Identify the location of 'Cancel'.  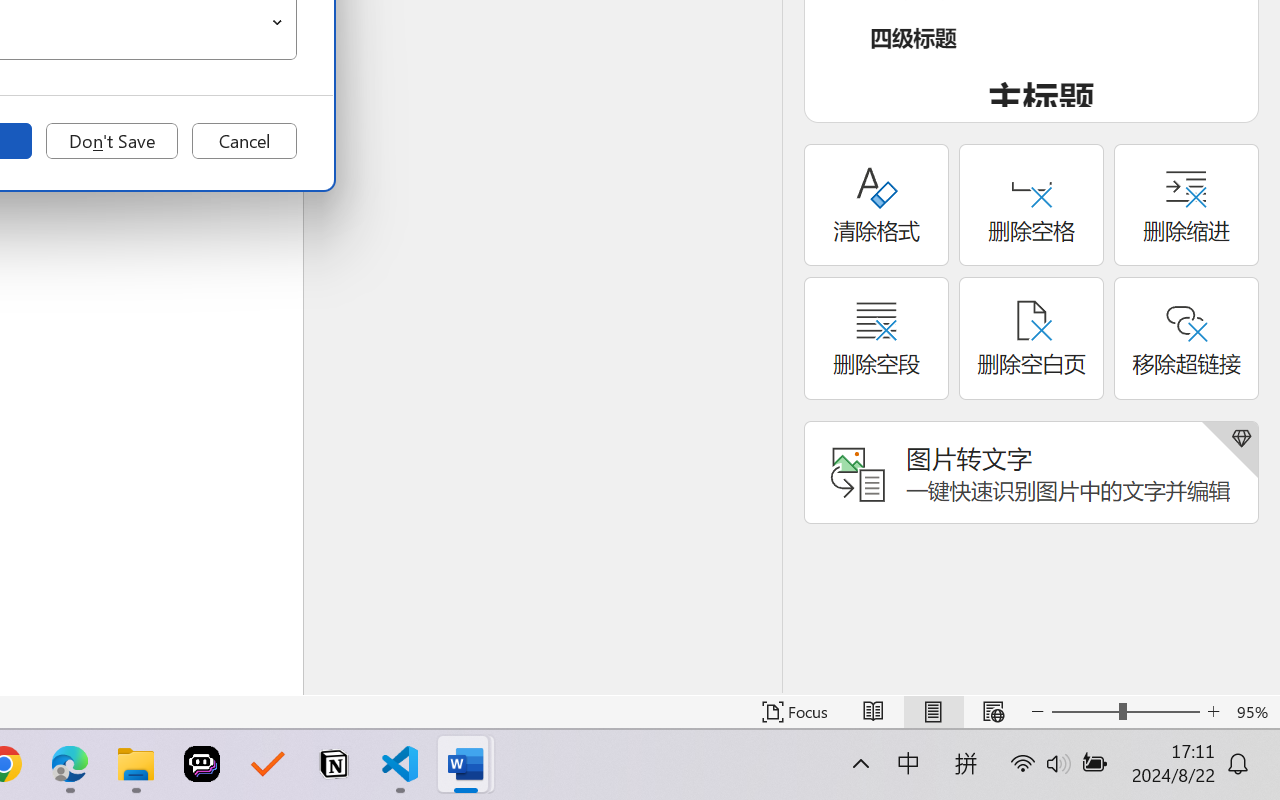
(243, 141).